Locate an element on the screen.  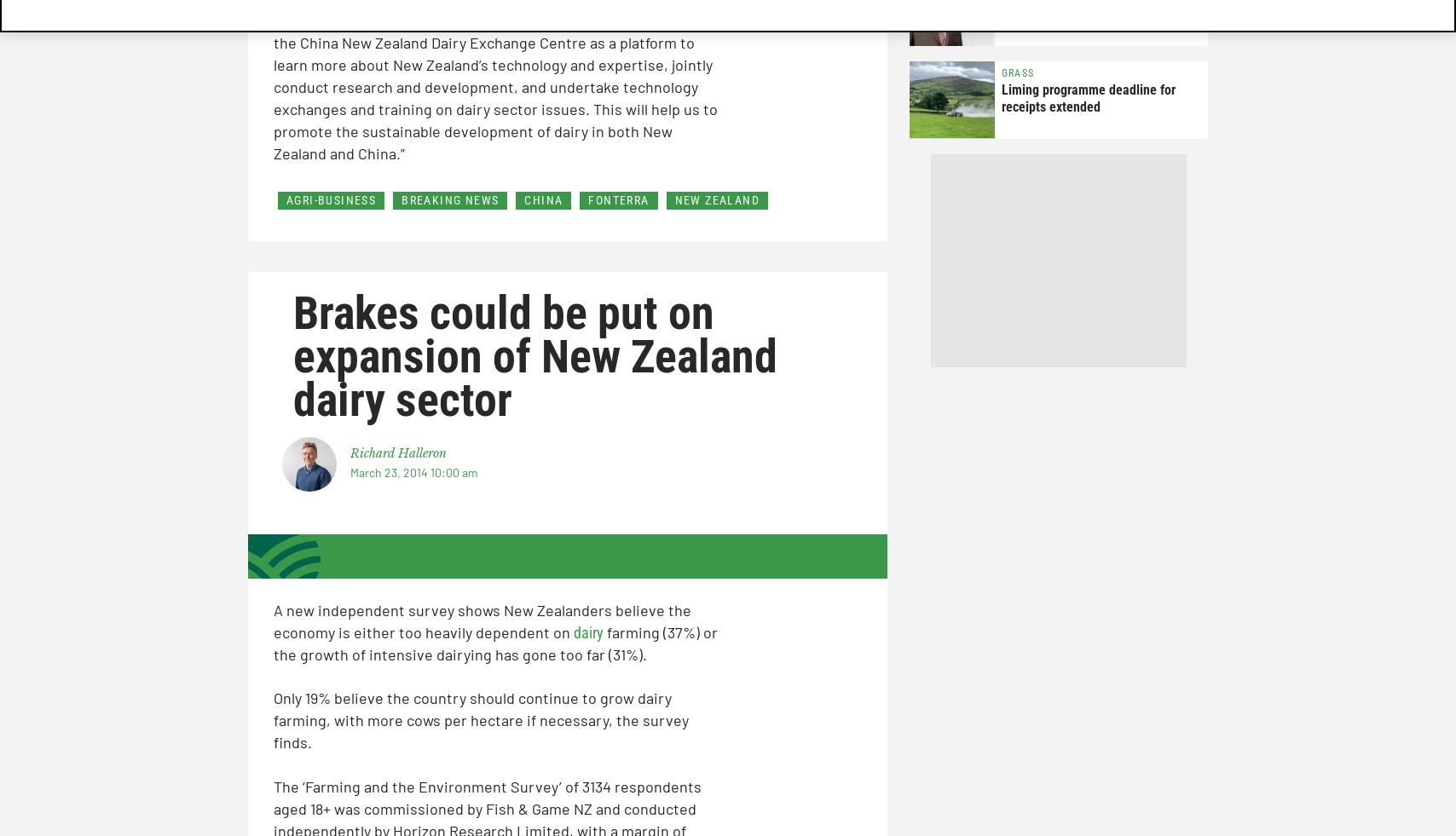
'Grass' is located at coordinates (1001, 72).